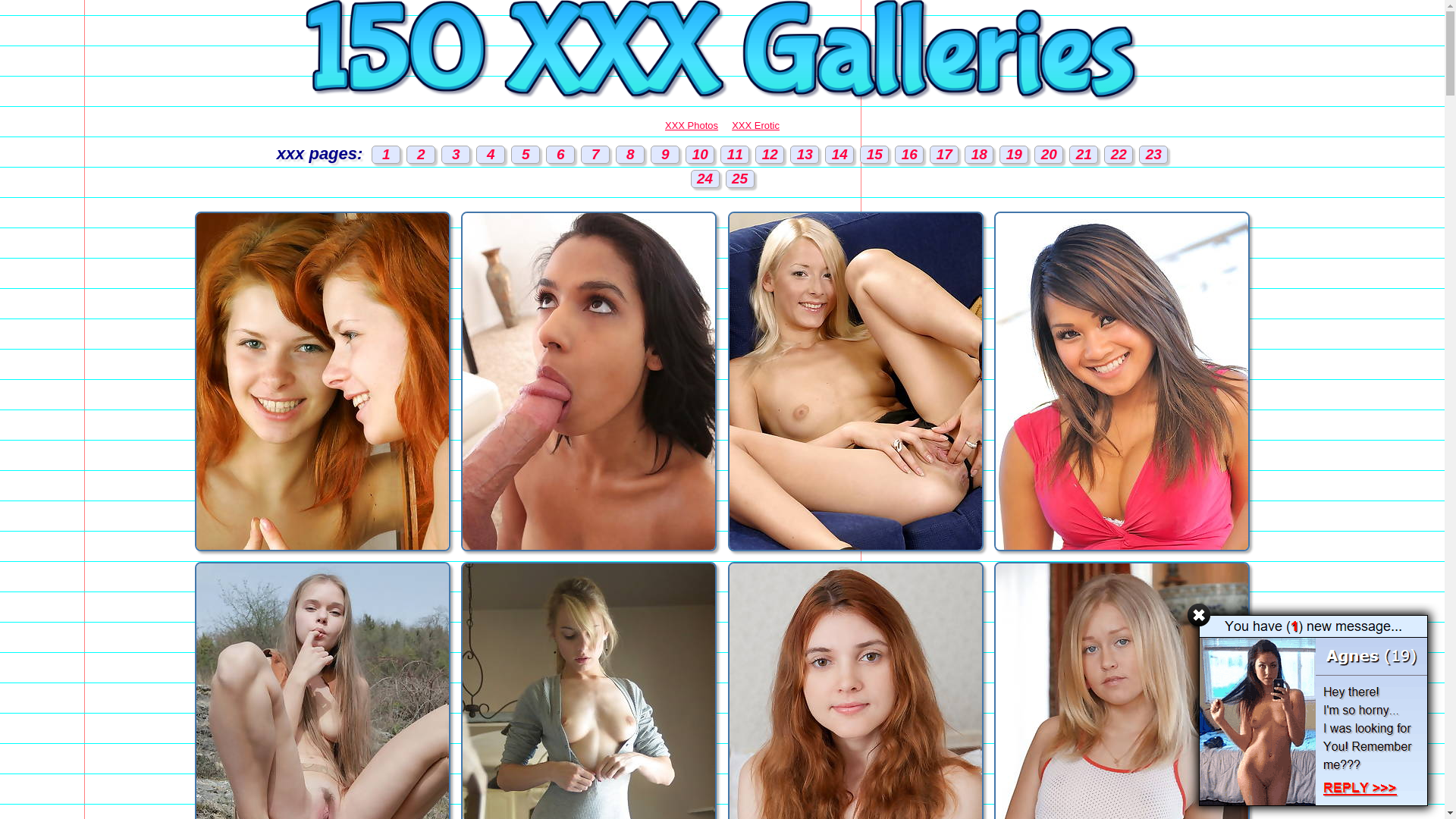  What do you see at coordinates (371, 155) in the screenshot?
I see `'1'` at bounding box center [371, 155].